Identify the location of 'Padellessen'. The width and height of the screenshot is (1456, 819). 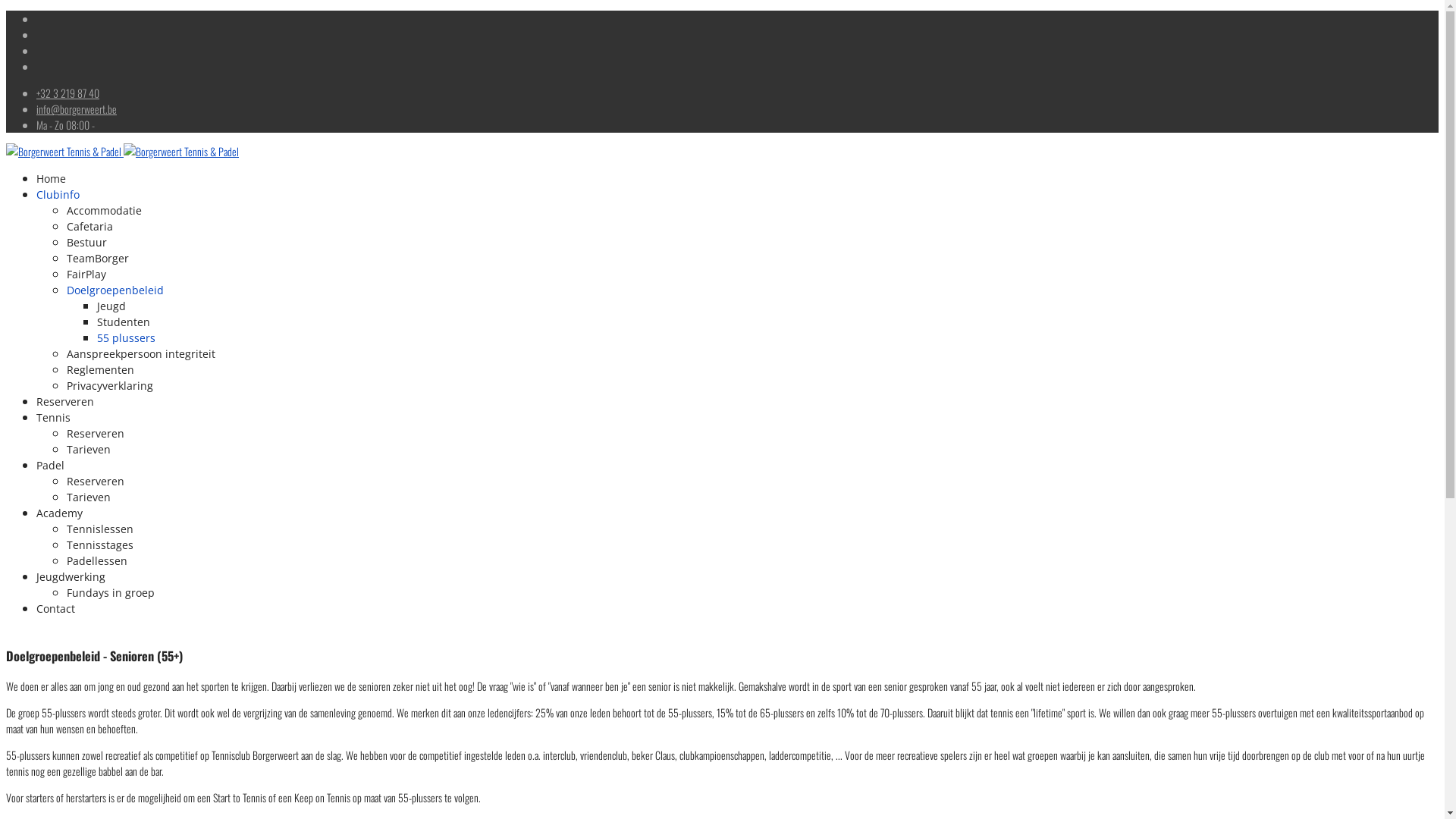
(96, 560).